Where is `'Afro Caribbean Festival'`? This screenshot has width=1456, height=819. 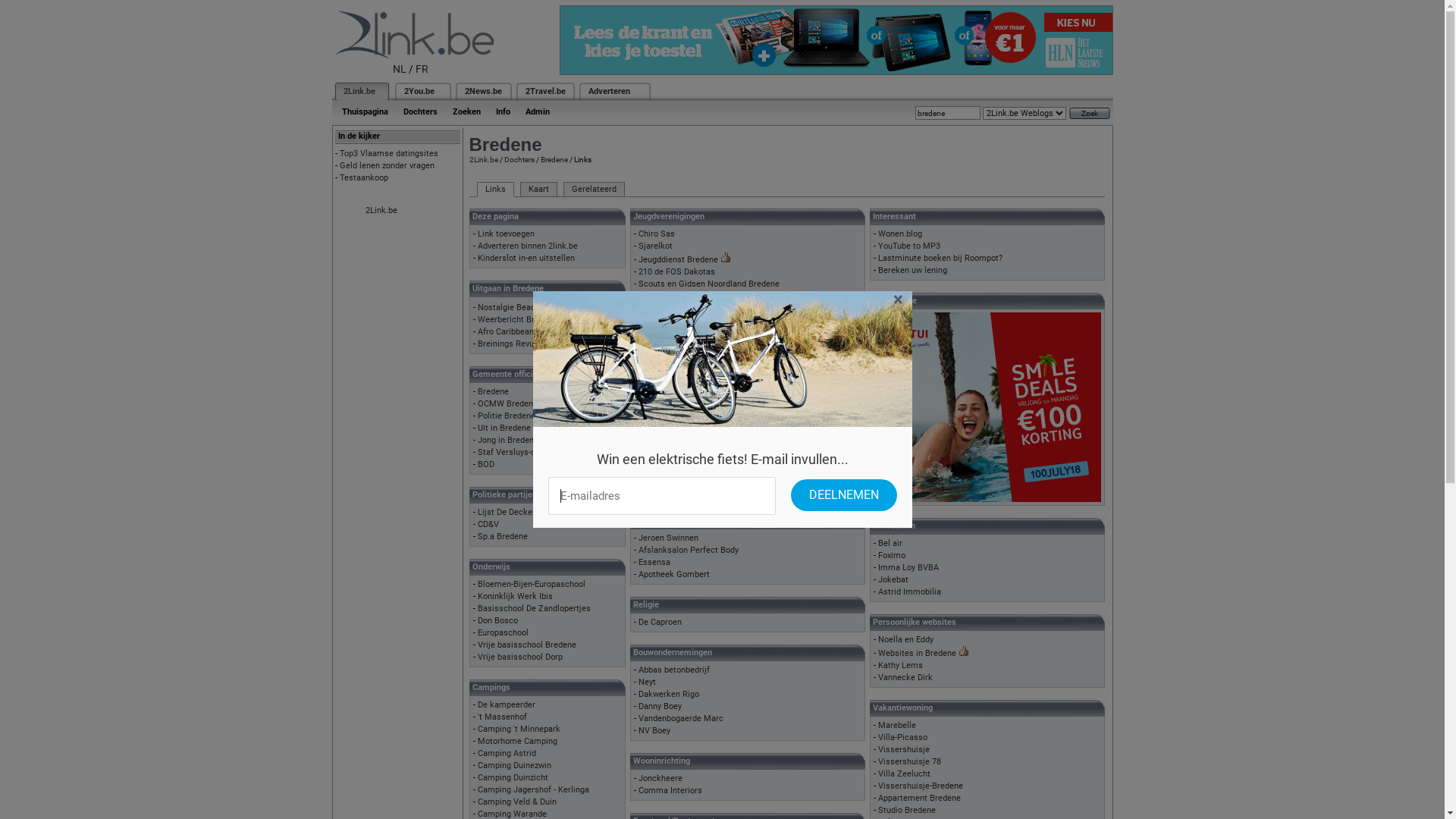 'Afro Caribbean Festival' is located at coordinates (521, 331).